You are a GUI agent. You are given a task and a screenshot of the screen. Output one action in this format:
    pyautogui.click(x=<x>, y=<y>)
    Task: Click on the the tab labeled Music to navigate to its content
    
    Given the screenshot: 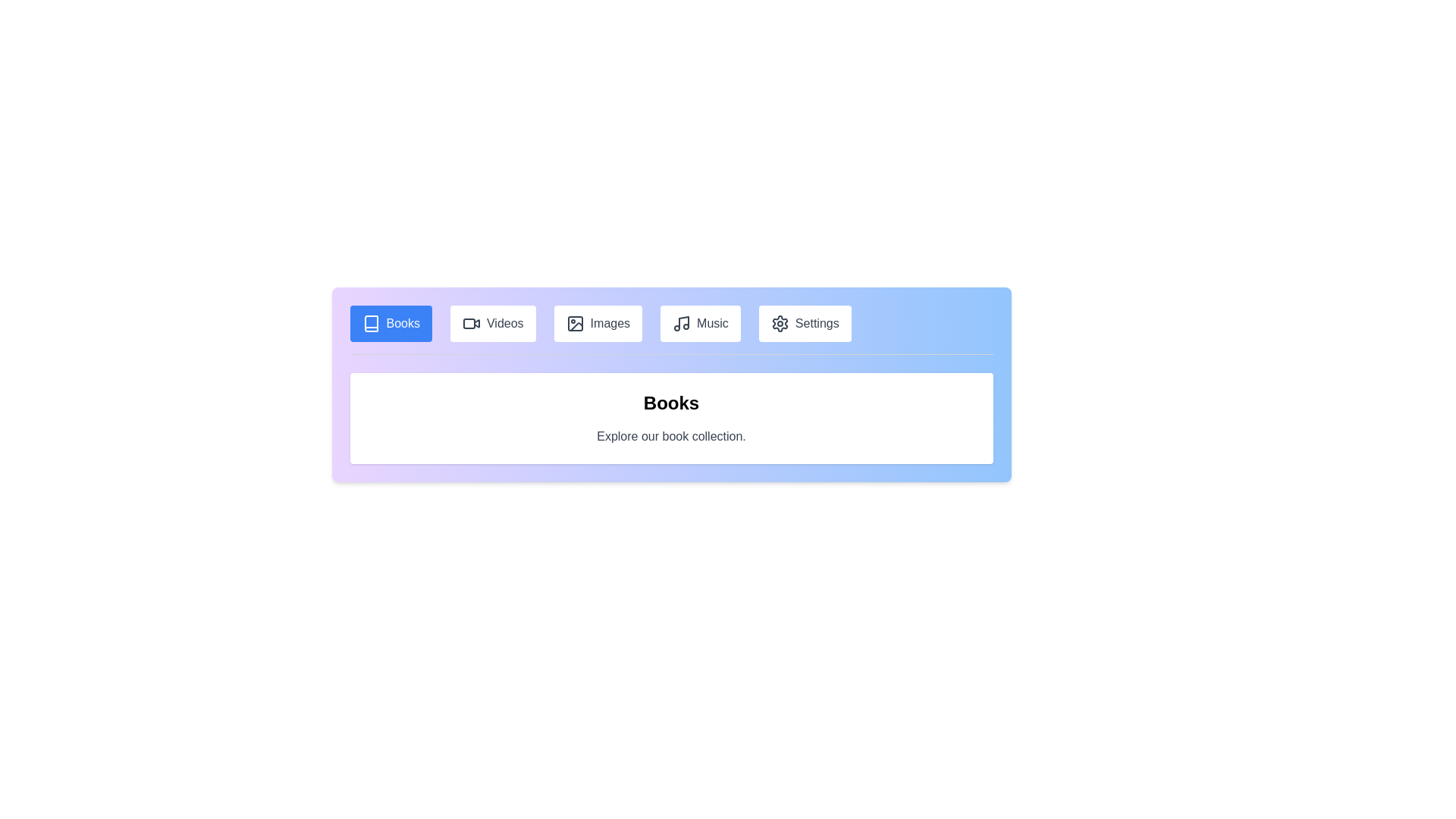 What is the action you would take?
    pyautogui.click(x=699, y=323)
    